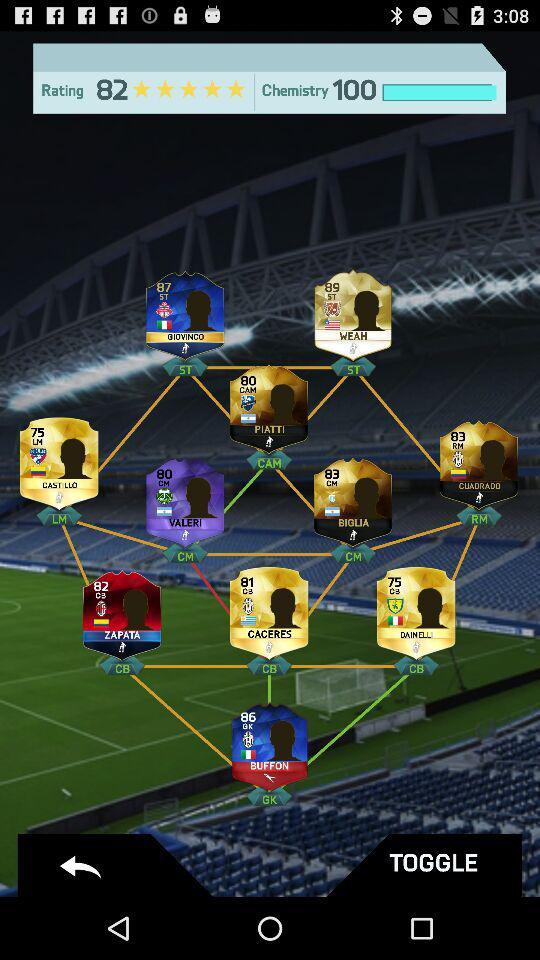 The height and width of the screenshot is (960, 540). I want to click on this player, so click(269, 739).